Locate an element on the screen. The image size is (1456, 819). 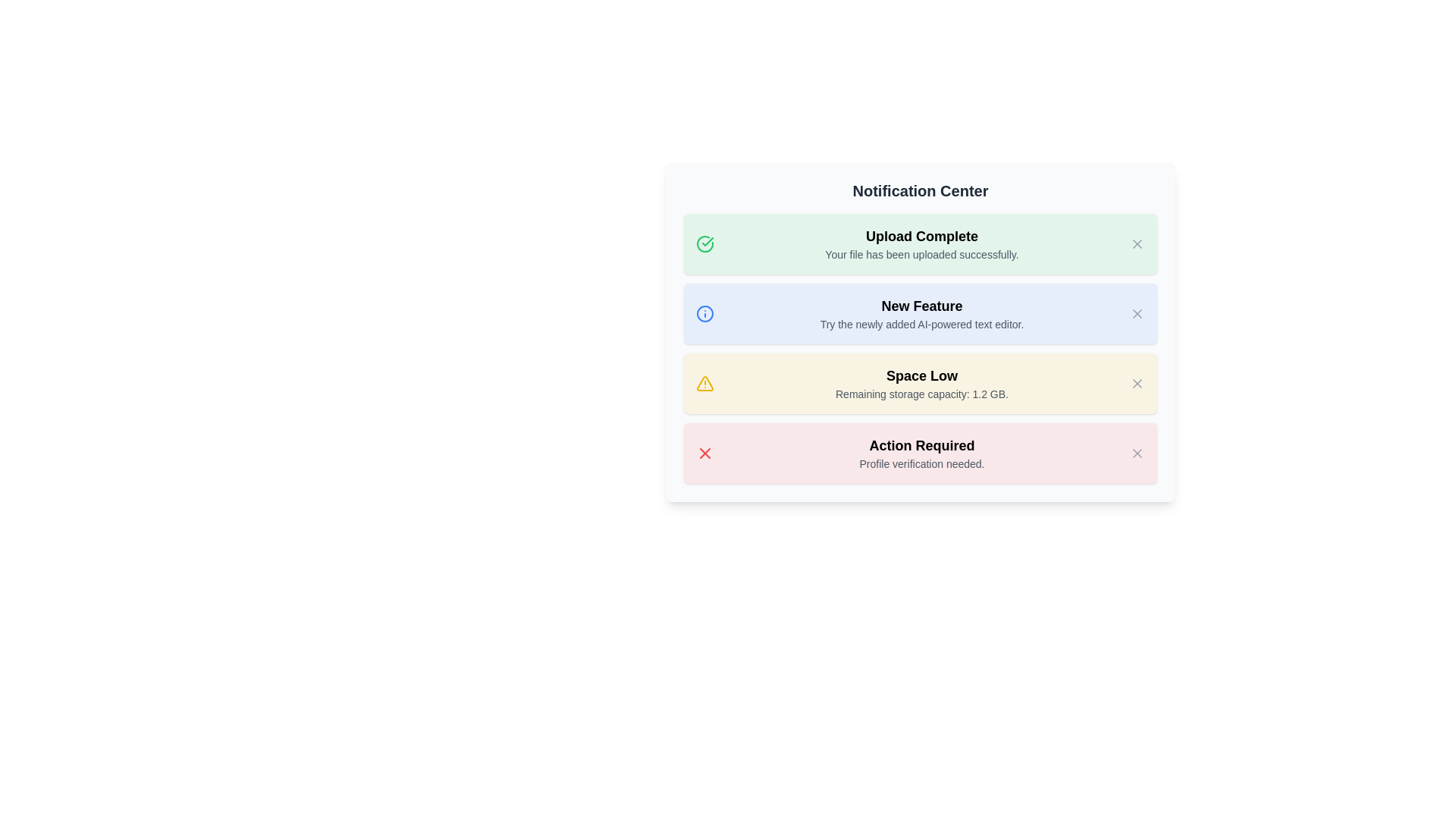
the close button icon located at the top-right corner of the 'Space Low' notification card is located at coordinates (1137, 382).